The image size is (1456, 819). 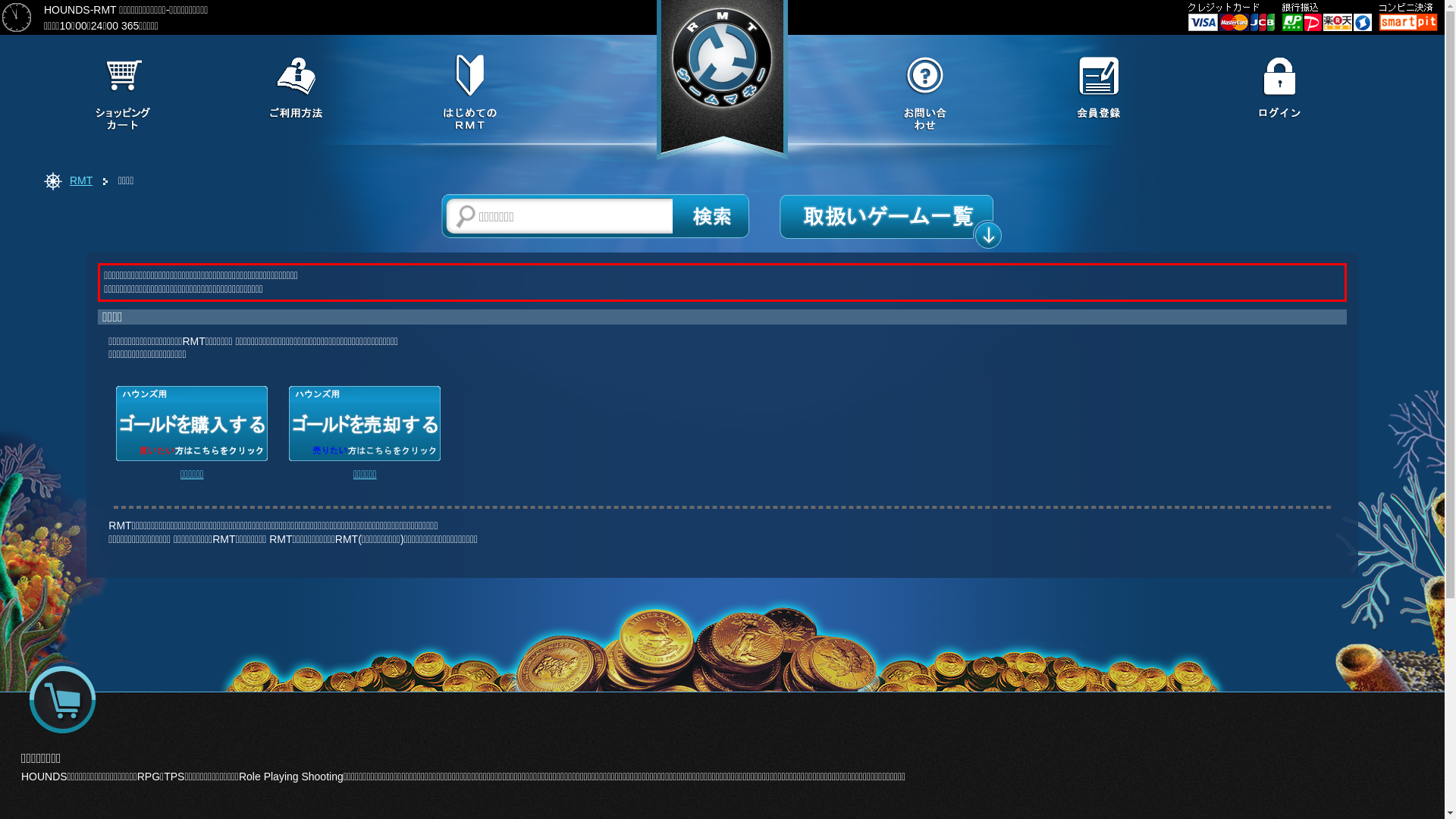 I want to click on 'RMT', so click(x=80, y=180).